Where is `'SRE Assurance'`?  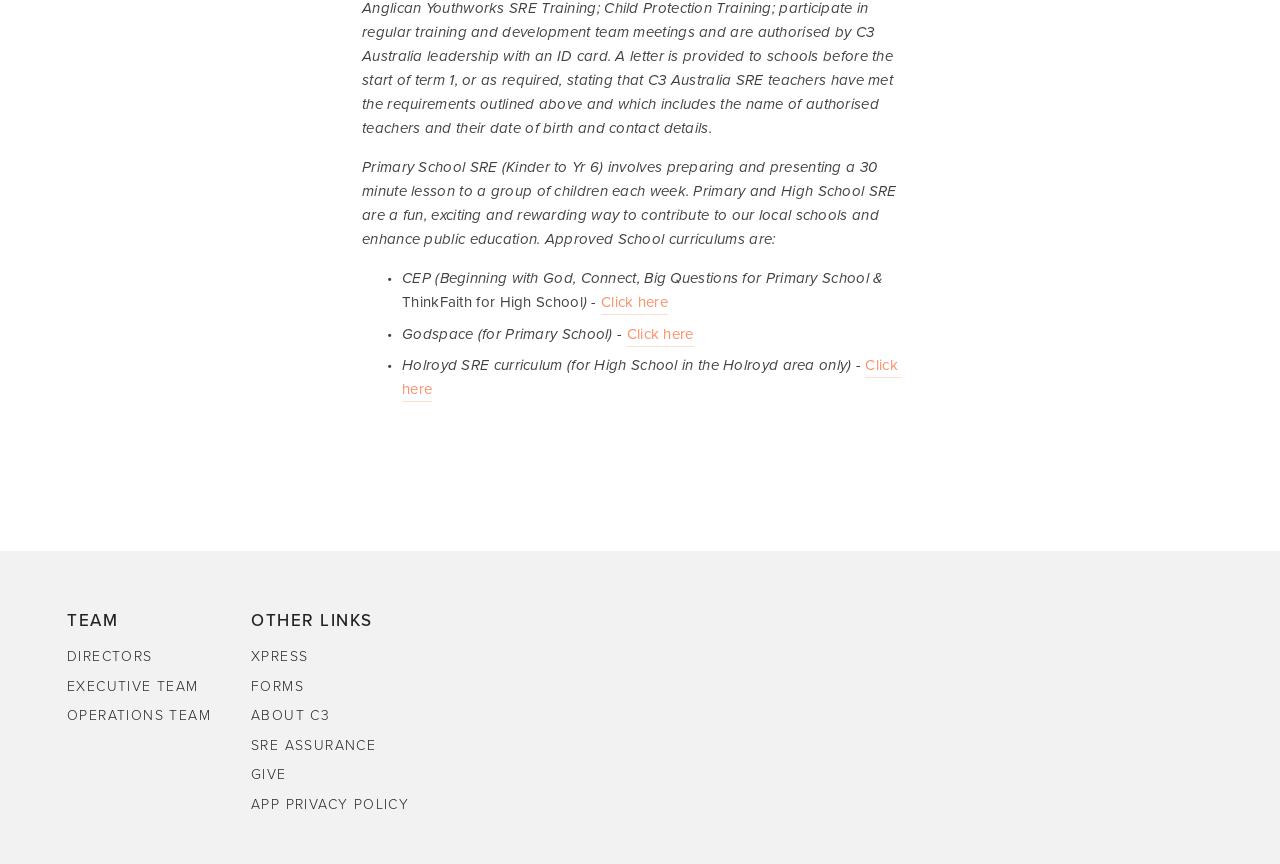 'SRE Assurance' is located at coordinates (250, 744).